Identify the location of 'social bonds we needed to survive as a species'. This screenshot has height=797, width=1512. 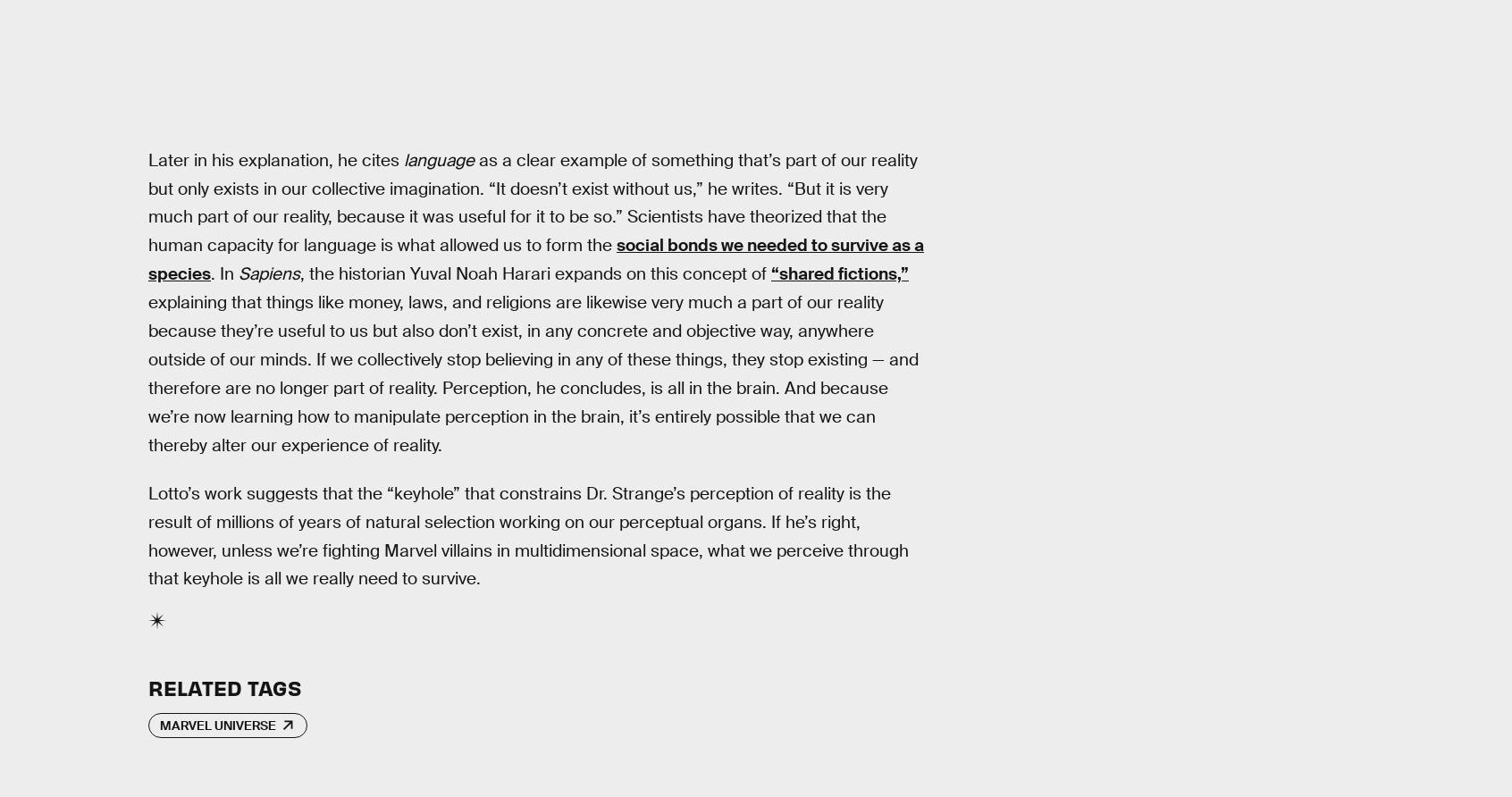
(534, 259).